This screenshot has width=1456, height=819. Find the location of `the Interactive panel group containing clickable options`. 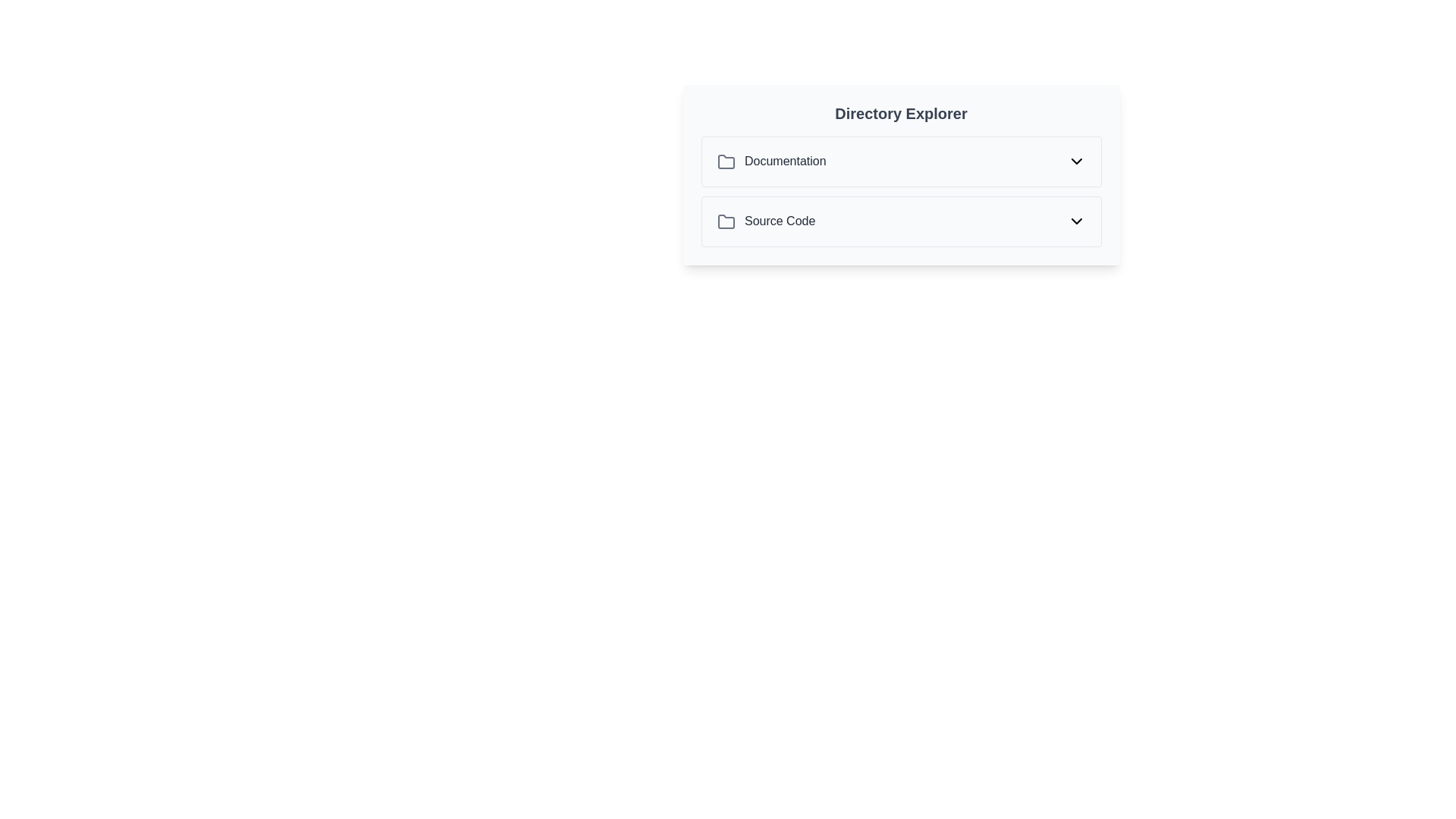

the Interactive panel group containing clickable options is located at coordinates (901, 174).